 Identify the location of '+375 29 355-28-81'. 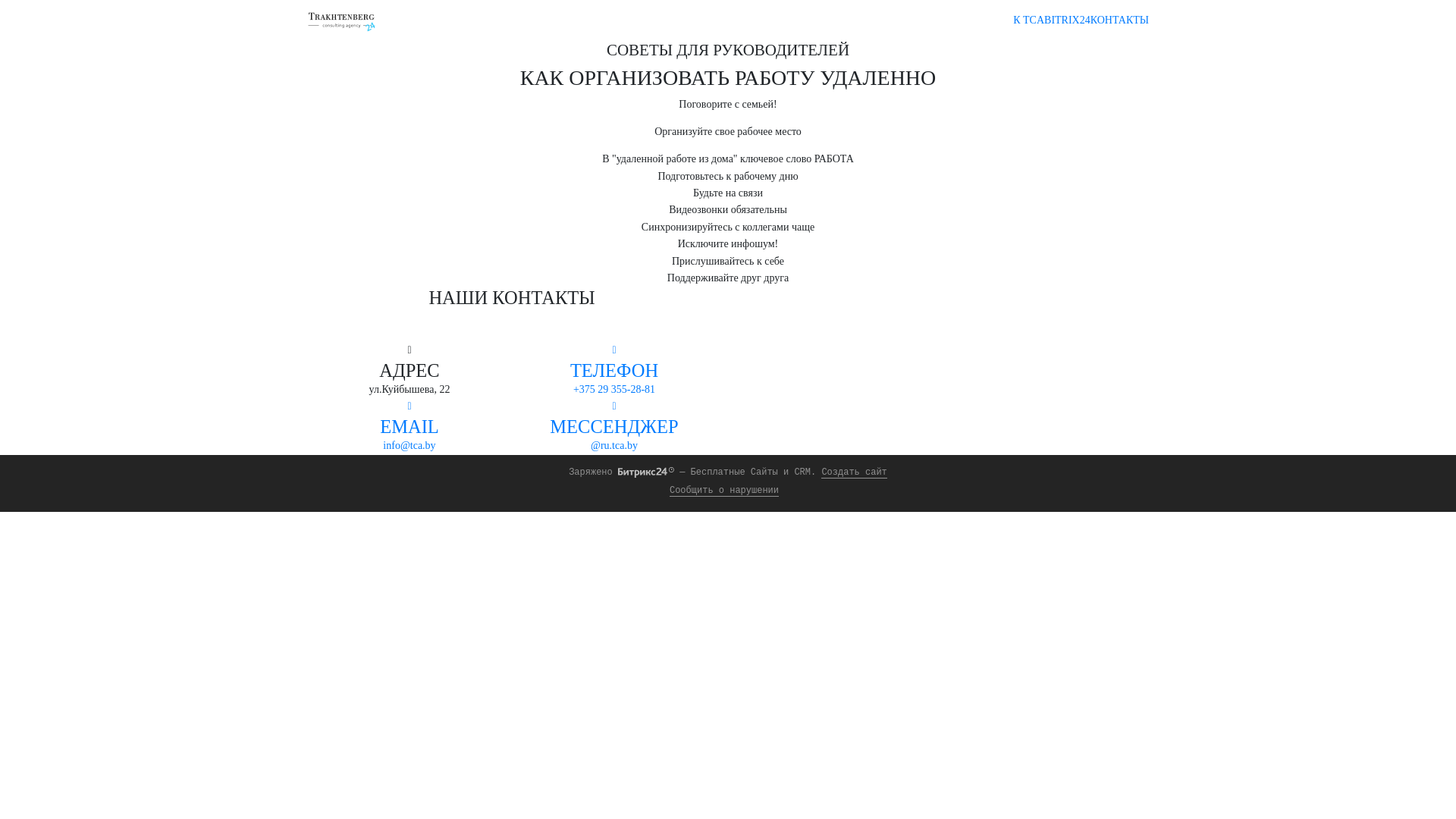
(614, 388).